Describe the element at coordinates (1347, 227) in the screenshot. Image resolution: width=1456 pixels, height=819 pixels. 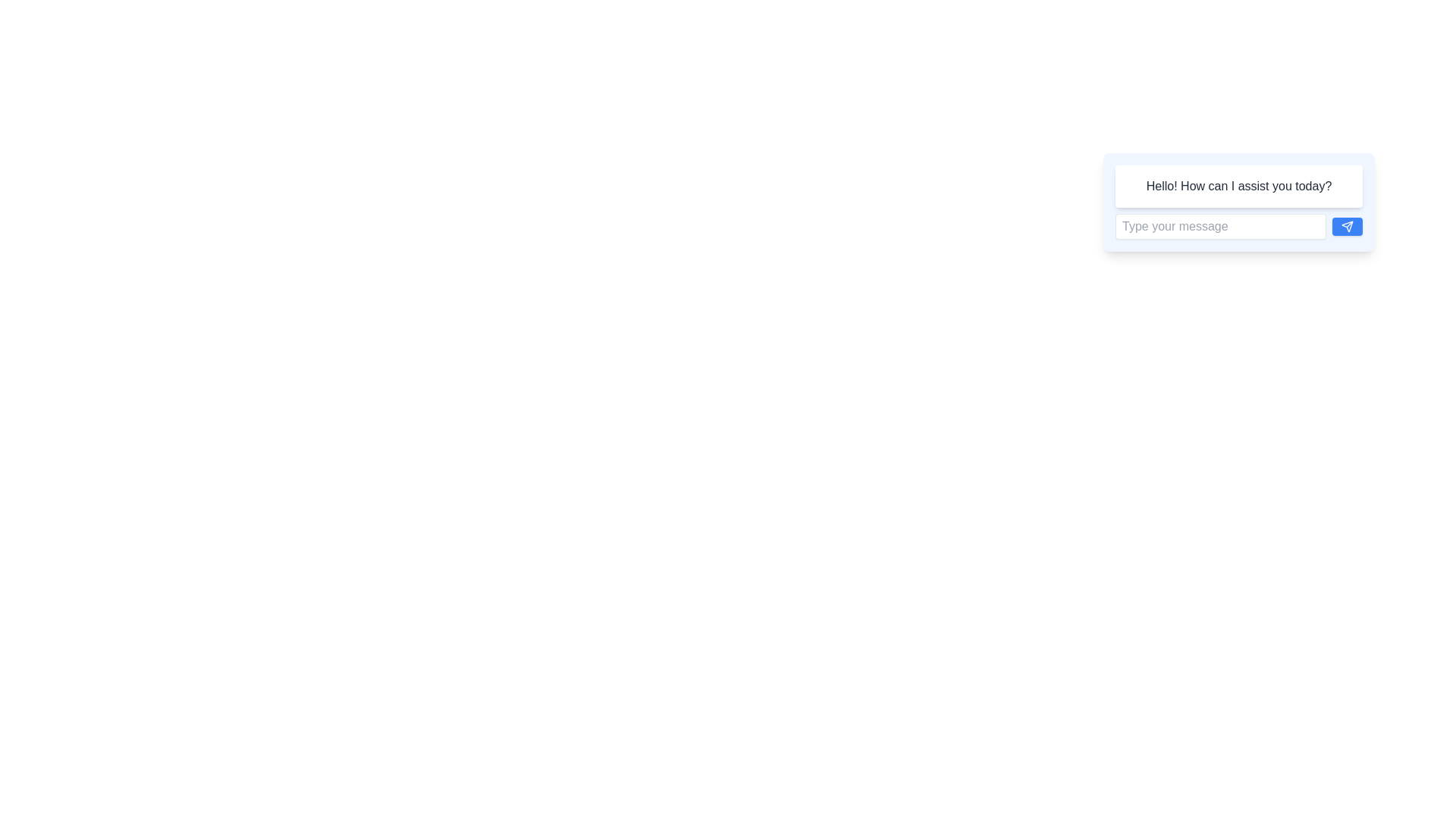
I see `the blue button with rounded edges, featuring a white send icon resembling a paper airplane, to observe its hover state` at that location.